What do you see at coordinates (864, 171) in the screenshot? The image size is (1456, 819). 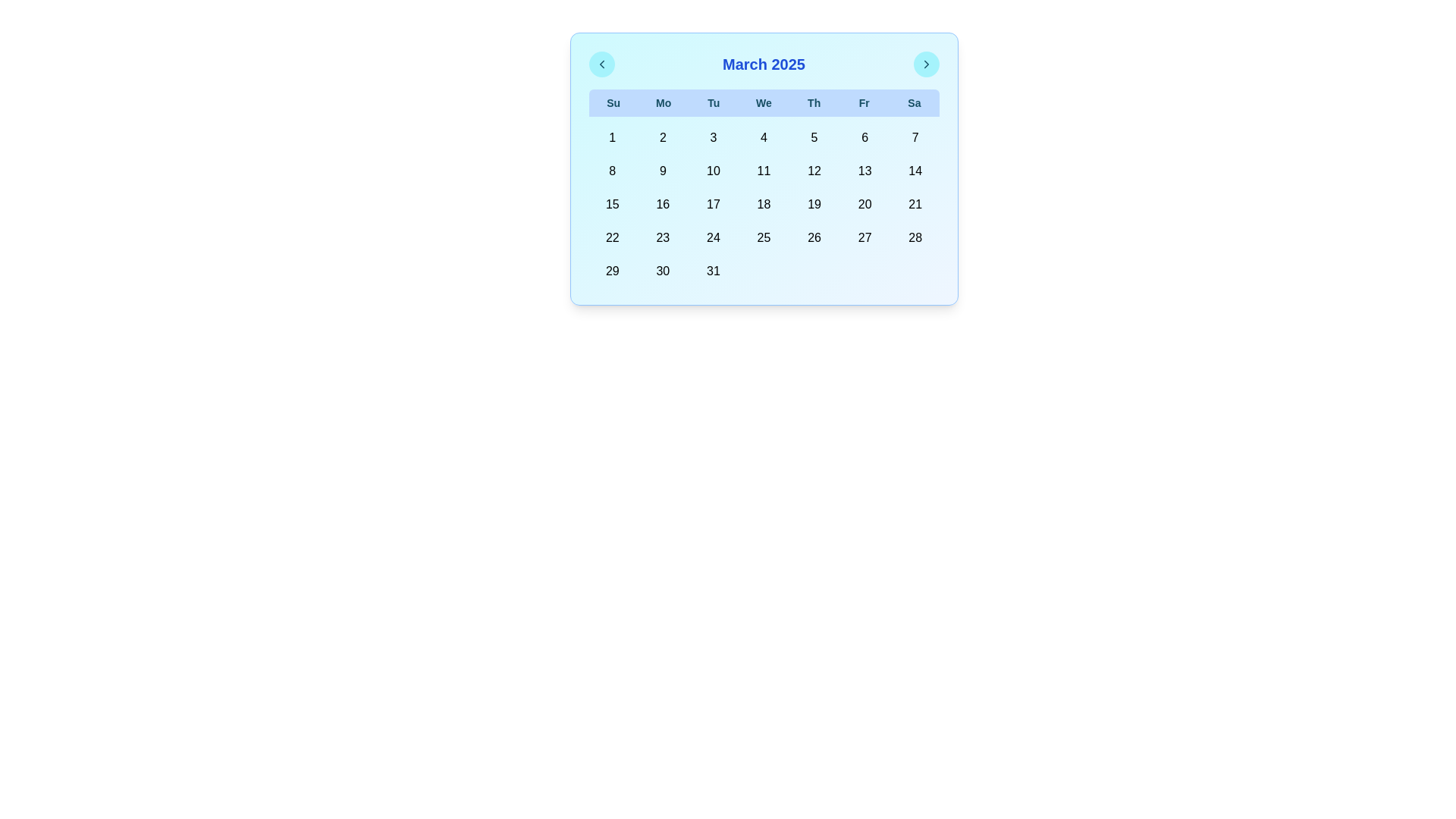 I see `the button displaying '13' in the calendar grid for March 2025, located under the 'Fr' column, to change its background color` at bounding box center [864, 171].